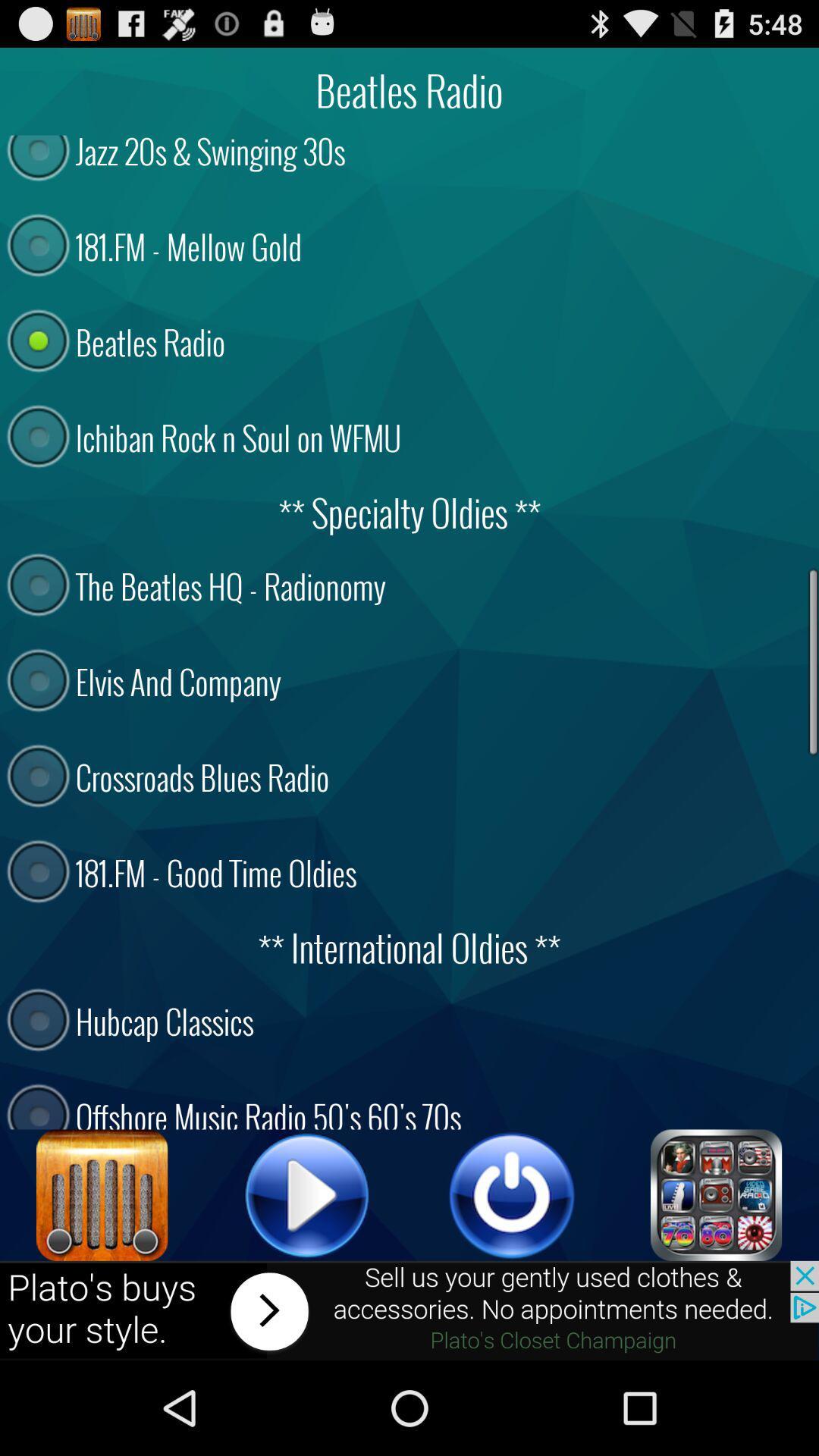 The image size is (819, 1456). What do you see at coordinates (307, 1194) in the screenshot?
I see `switch to play` at bounding box center [307, 1194].